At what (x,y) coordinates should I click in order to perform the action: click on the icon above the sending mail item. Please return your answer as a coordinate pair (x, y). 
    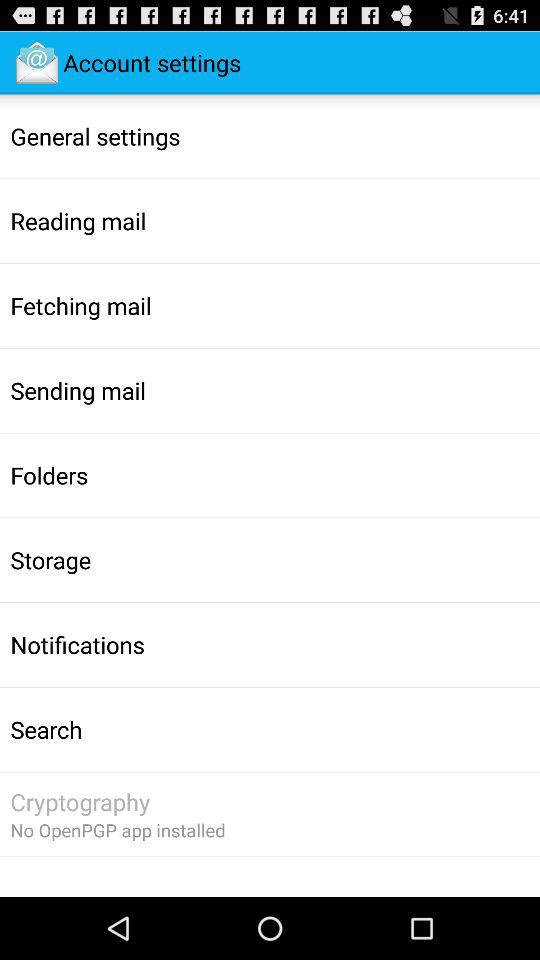
    Looking at the image, I should click on (80, 305).